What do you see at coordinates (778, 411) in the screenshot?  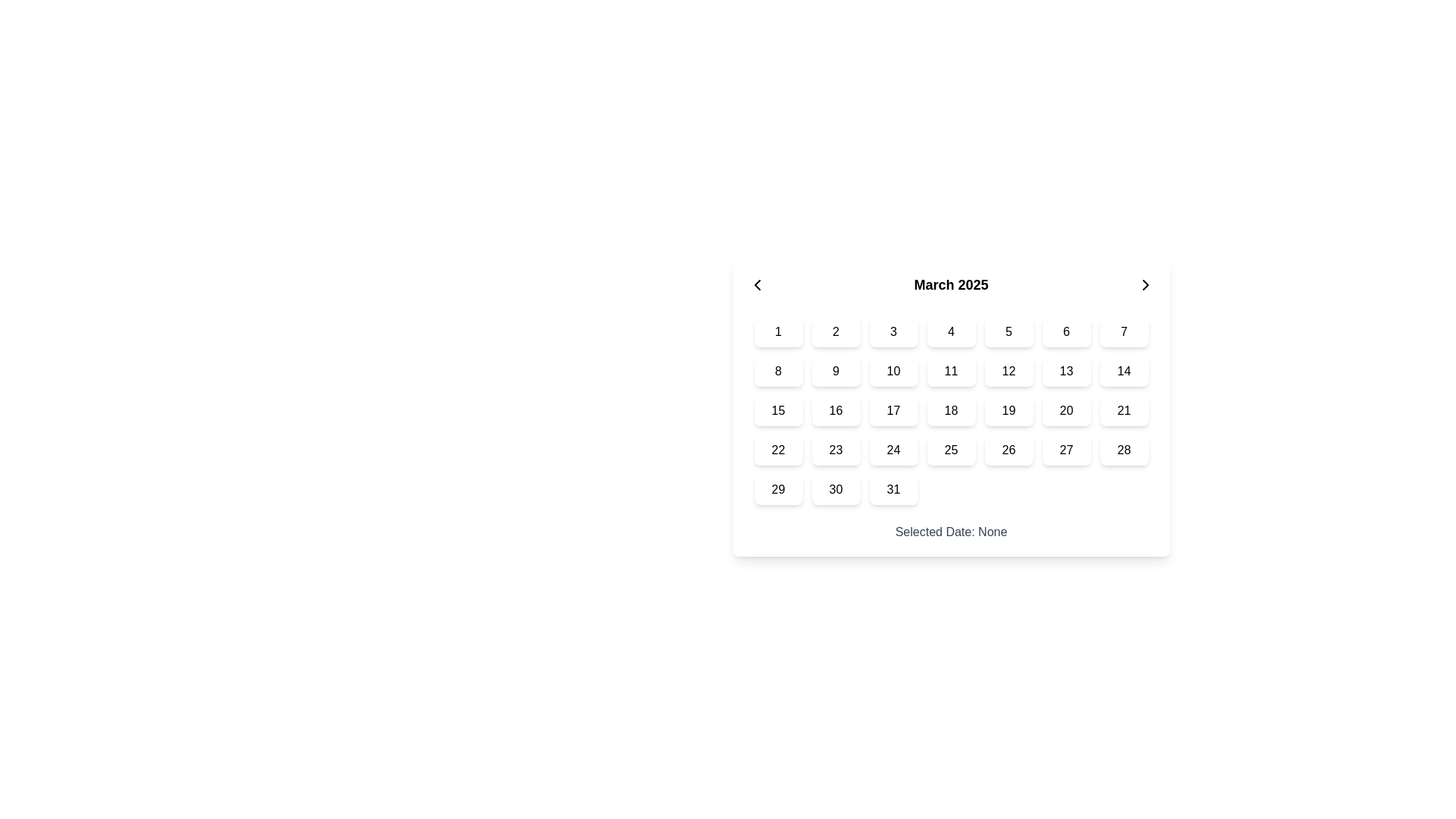 I see `the rounded rectangular button containing the number '15'` at bounding box center [778, 411].